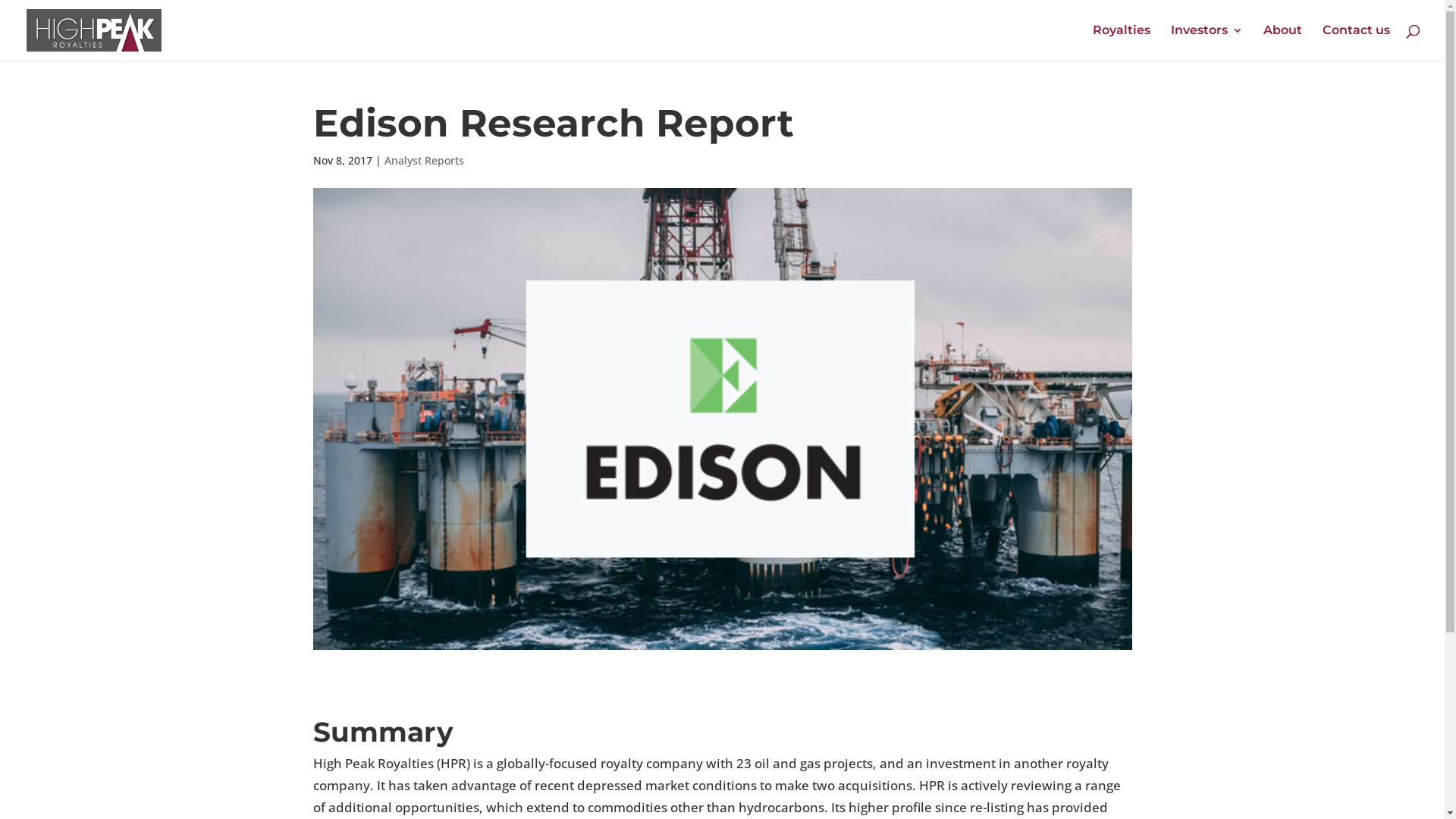 This screenshot has width=1456, height=819. What do you see at coordinates (1092, 42) in the screenshot?
I see `'Royalties'` at bounding box center [1092, 42].